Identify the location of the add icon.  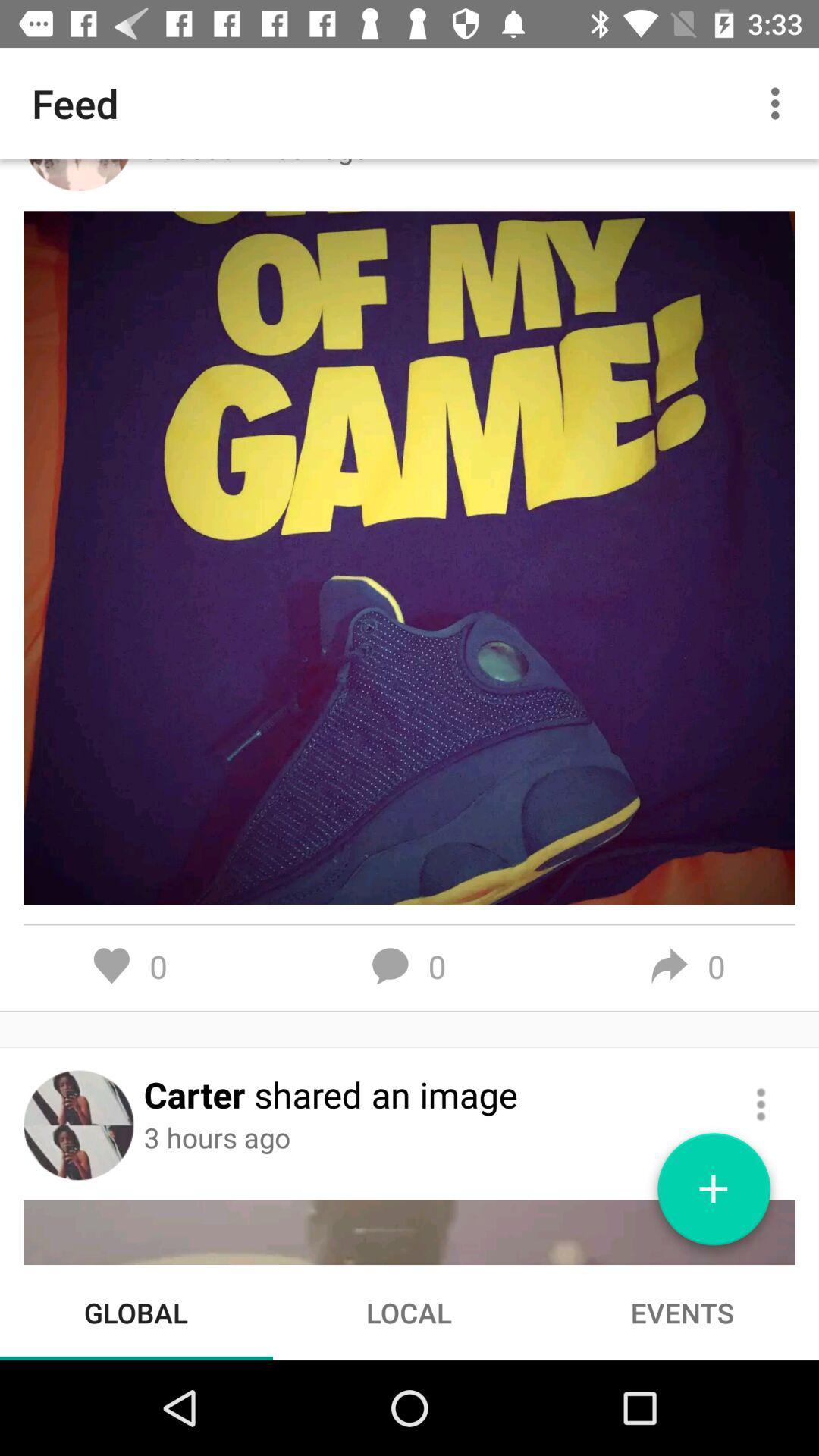
(714, 1194).